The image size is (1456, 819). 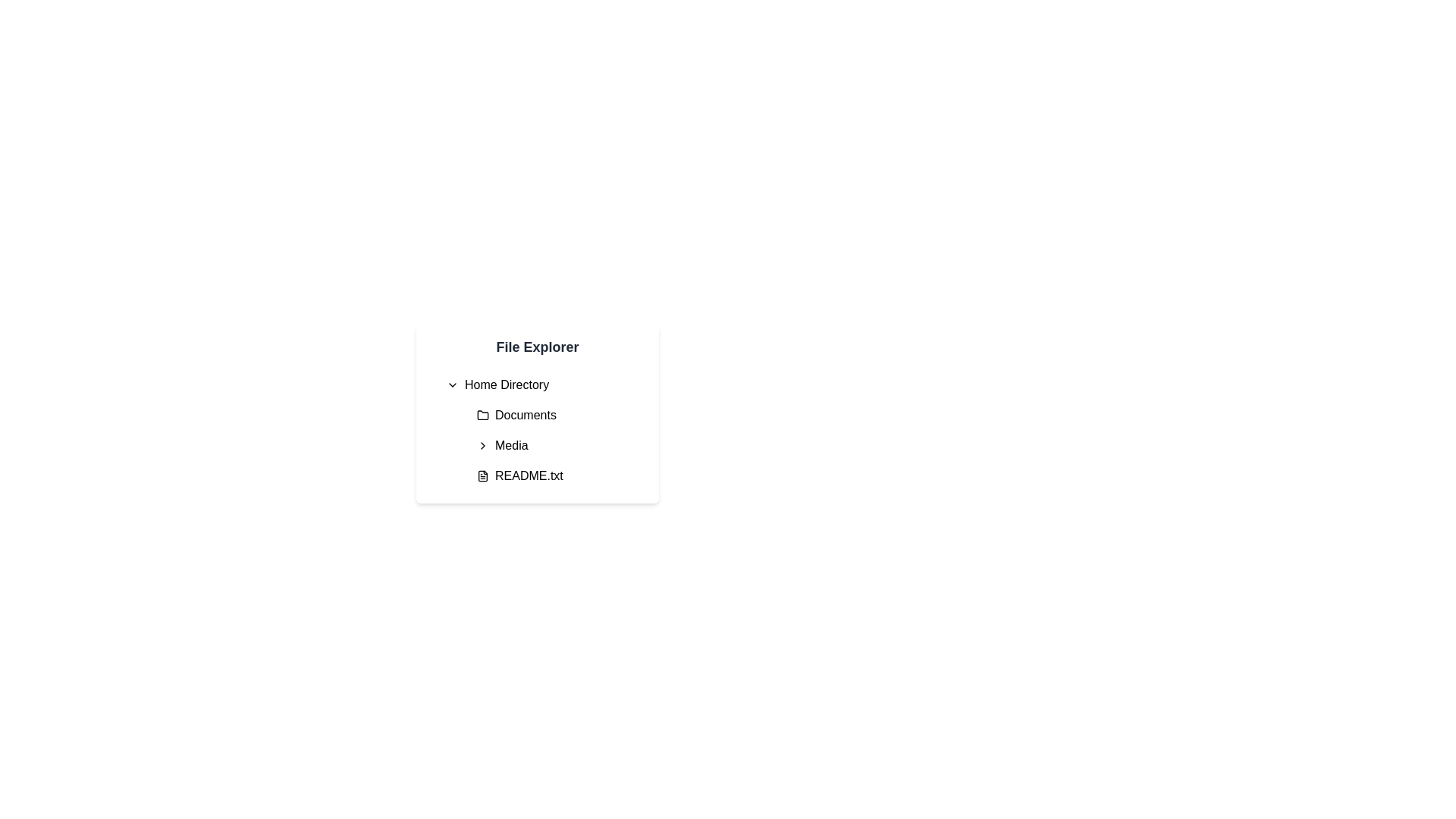 I want to click on the 'Documents' navigational entry, so click(x=558, y=415).